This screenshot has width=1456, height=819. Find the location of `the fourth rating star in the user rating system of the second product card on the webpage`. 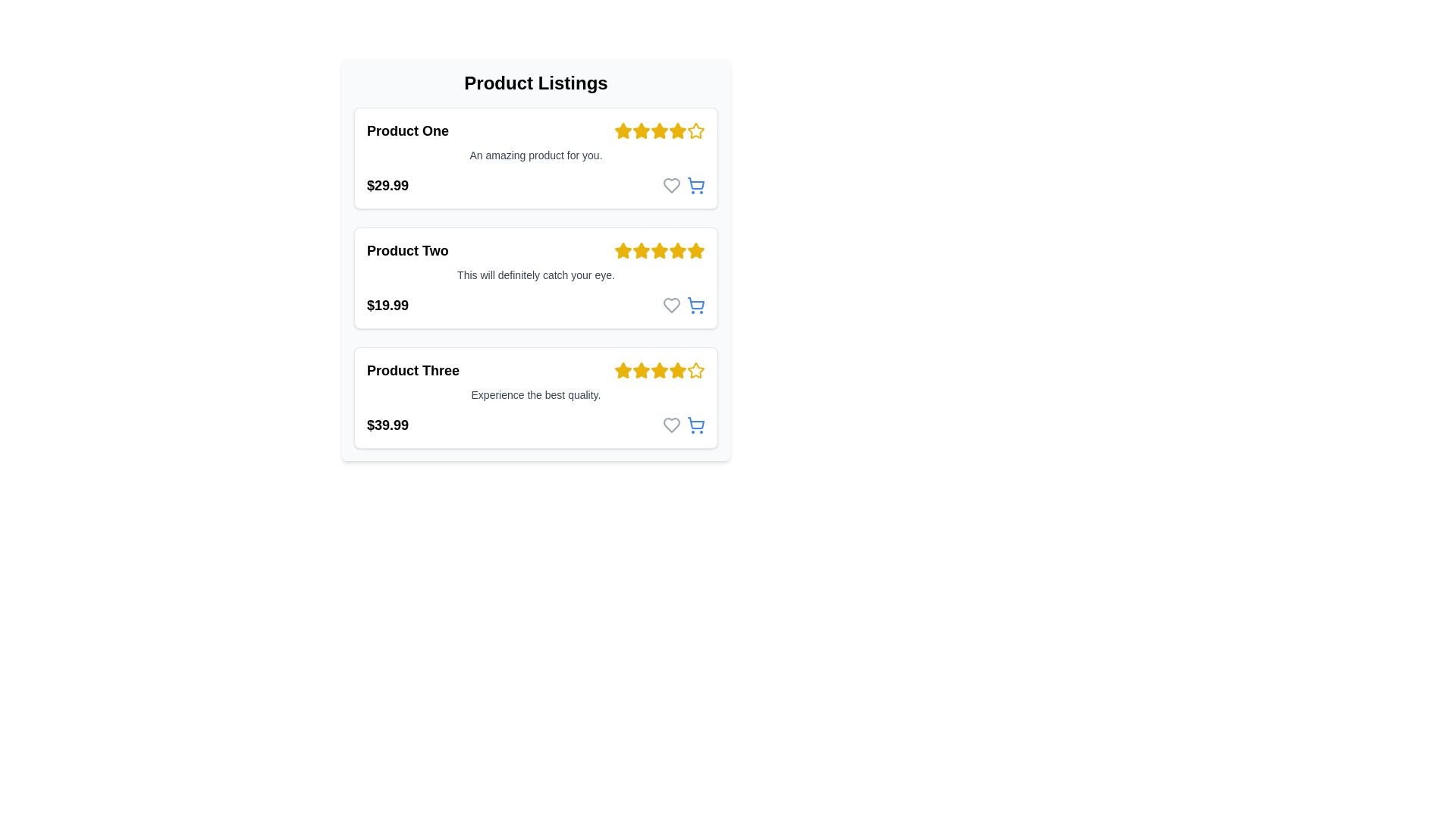

the fourth rating star in the user rating system of the second product card on the webpage is located at coordinates (676, 249).